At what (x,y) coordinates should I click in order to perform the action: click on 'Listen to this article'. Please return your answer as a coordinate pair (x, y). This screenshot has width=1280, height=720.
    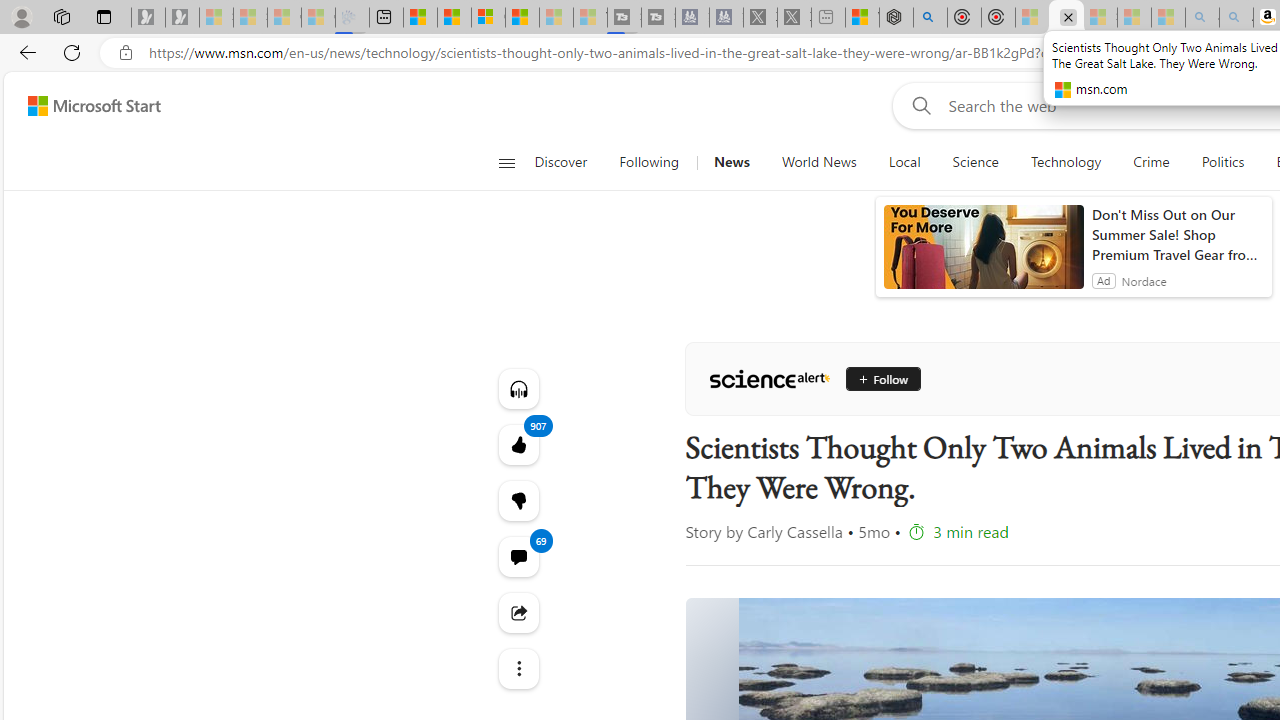
    Looking at the image, I should click on (518, 388).